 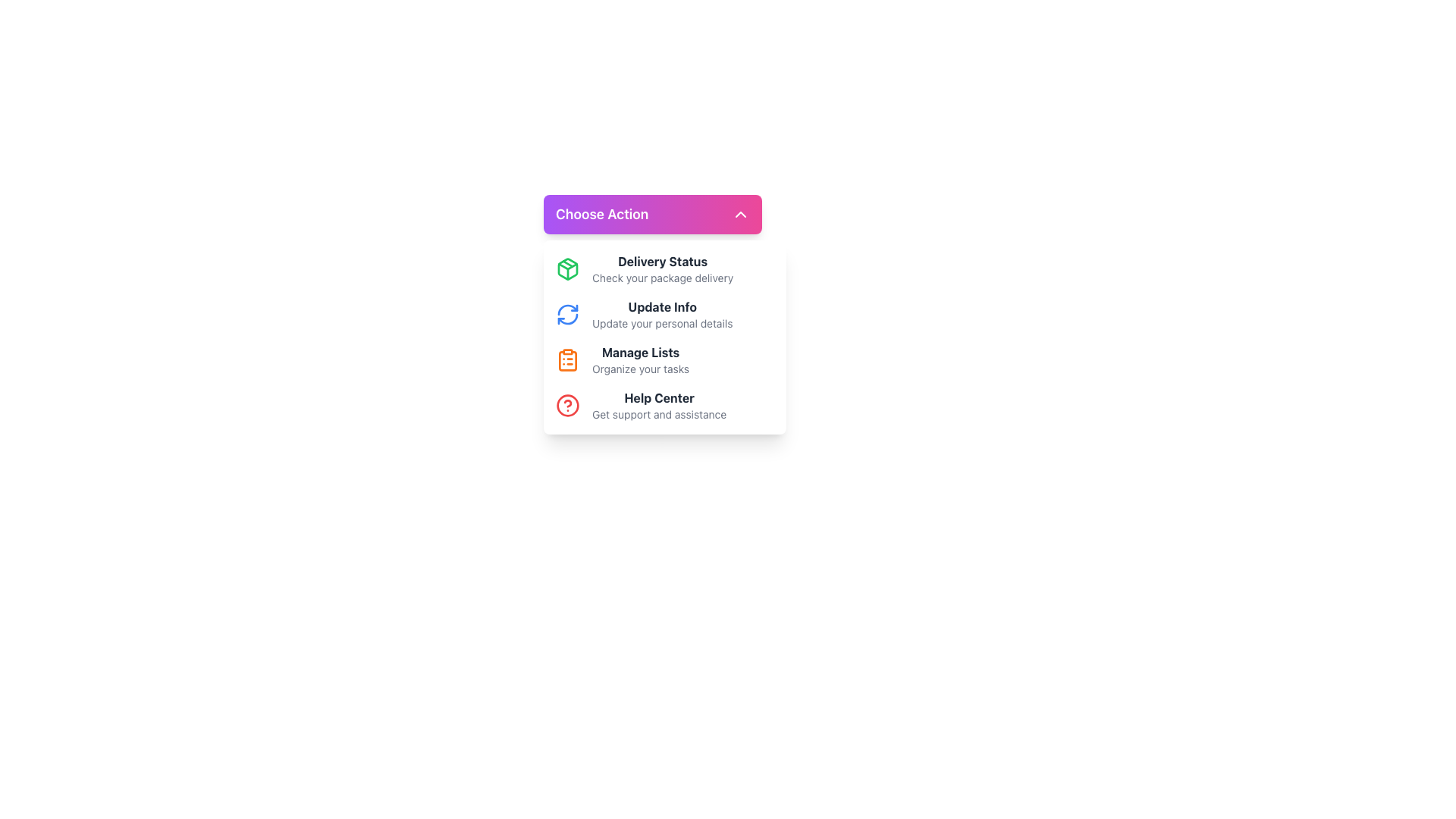 I want to click on the upward-pointing chevron icon located in the top right corner of the 'Choose Action' button with a purple-to-pink gradient background, so click(x=741, y=214).